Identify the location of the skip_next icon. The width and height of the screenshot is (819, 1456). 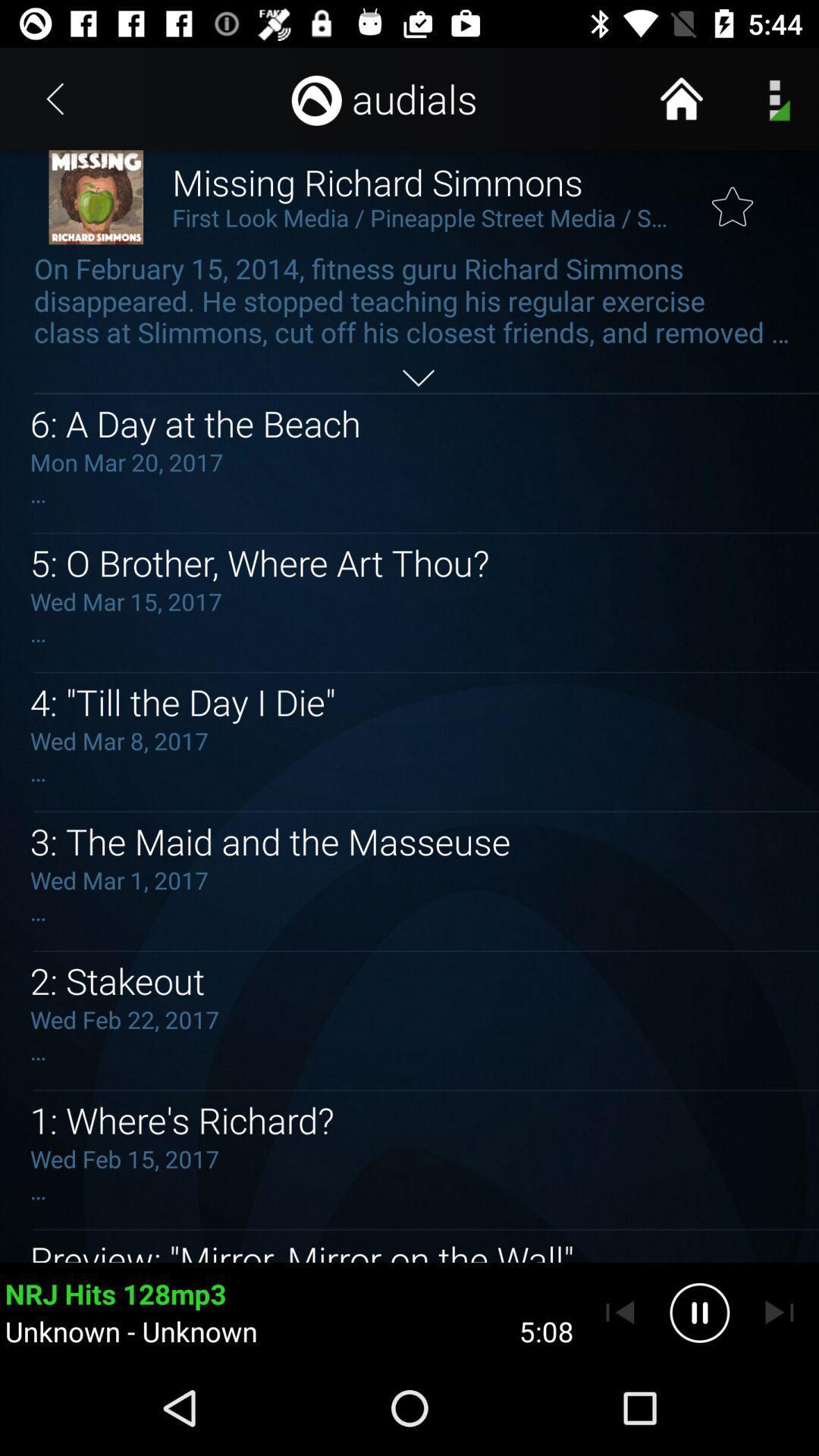
(779, 1312).